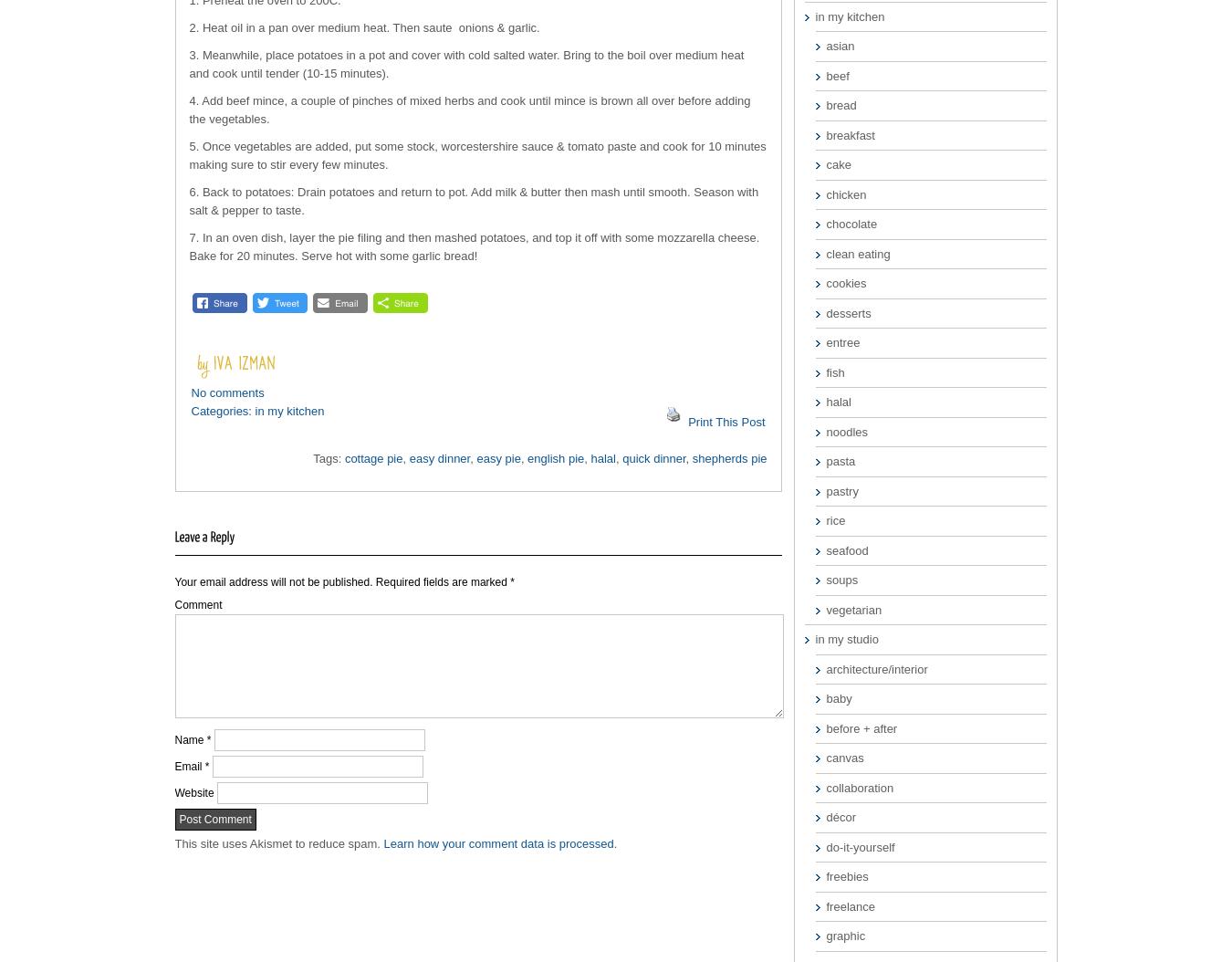 This screenshot has height=962, width=1232. What do you see at coordinates (836, 74) in the screenshot?
I see `'beef'` at bounding box center [836, 74].